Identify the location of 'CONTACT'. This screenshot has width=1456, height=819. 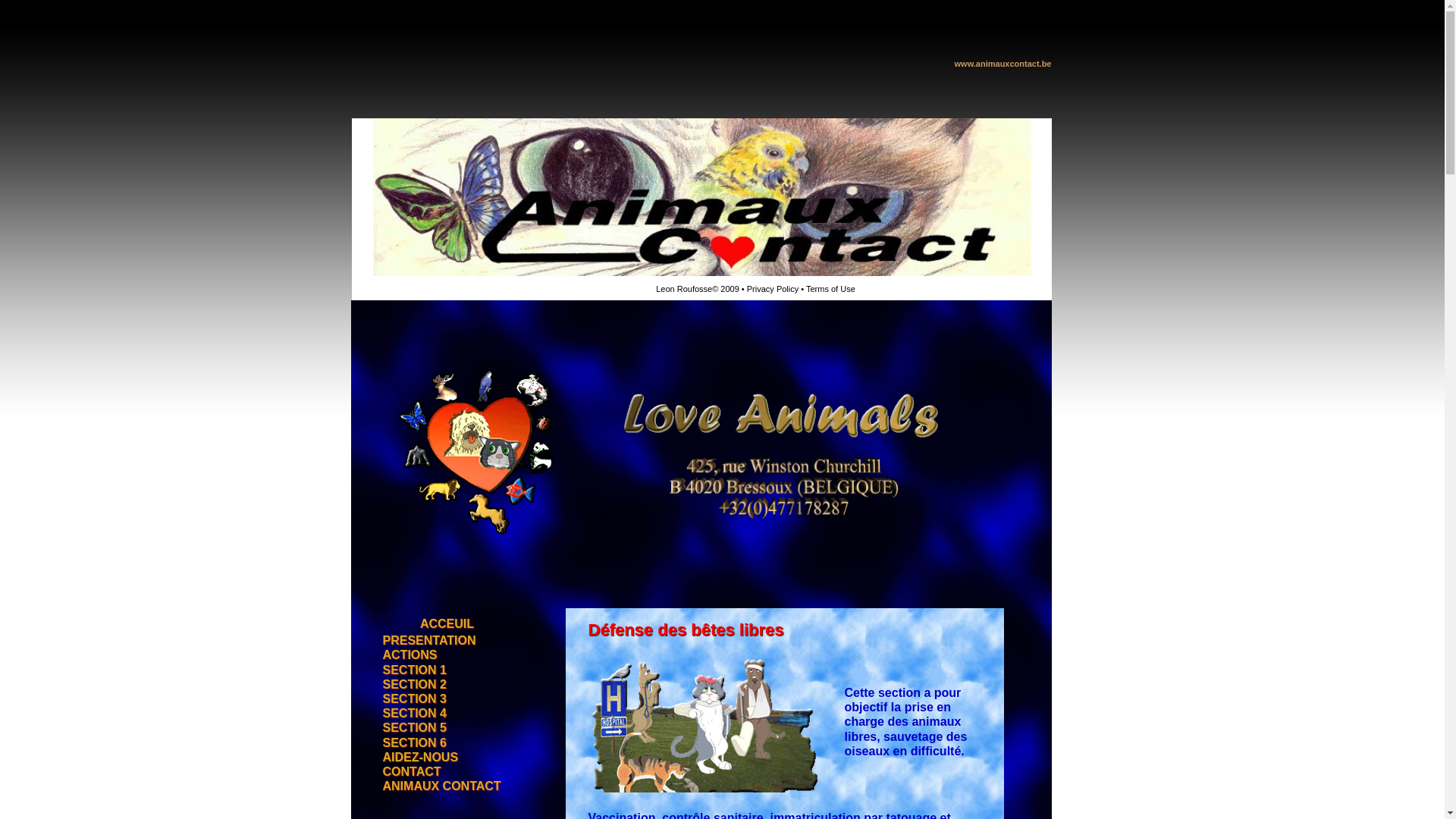
(411, 772).